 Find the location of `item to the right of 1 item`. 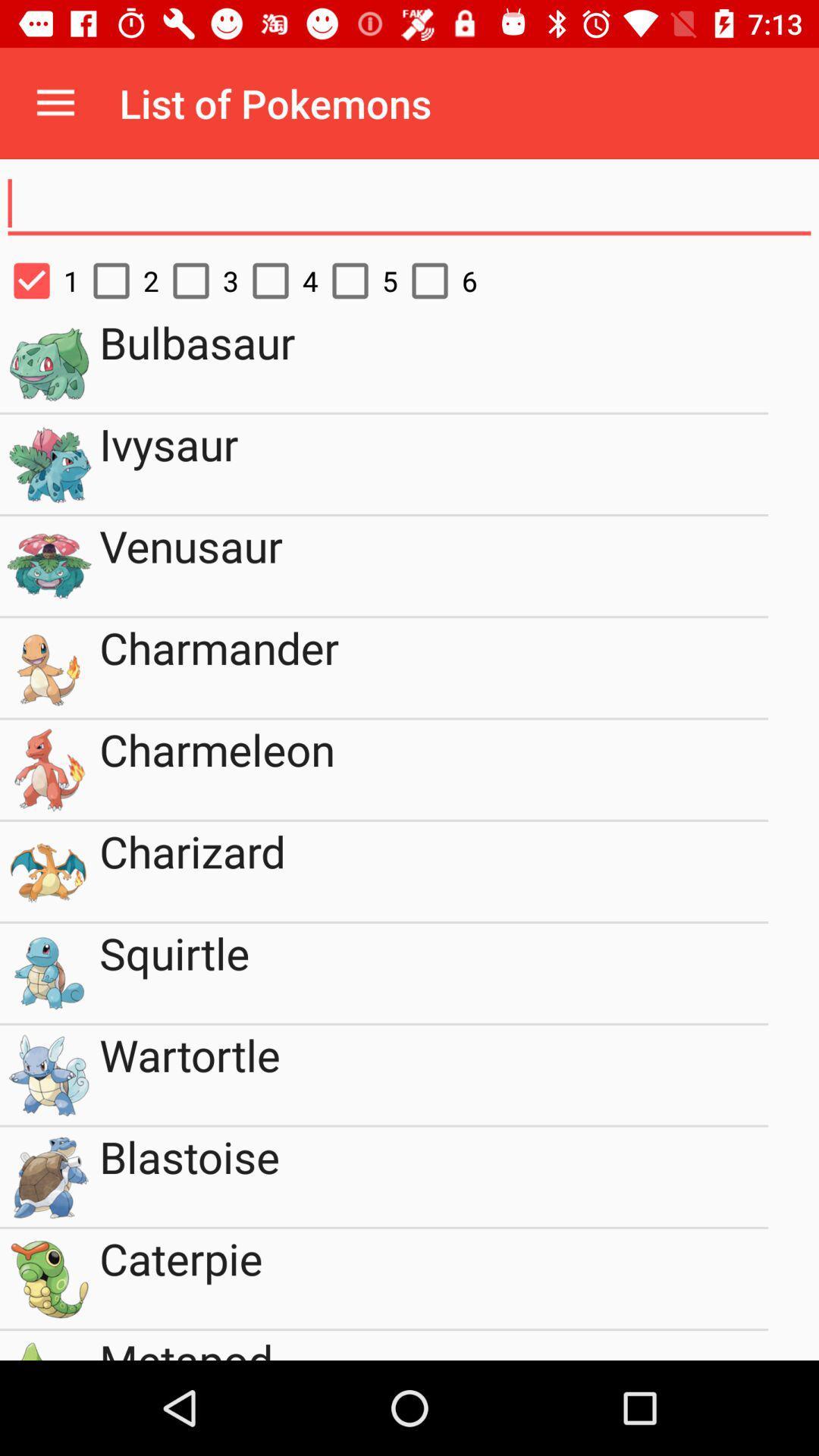

item to the right of 1 item is located at coordinates (118, 281).